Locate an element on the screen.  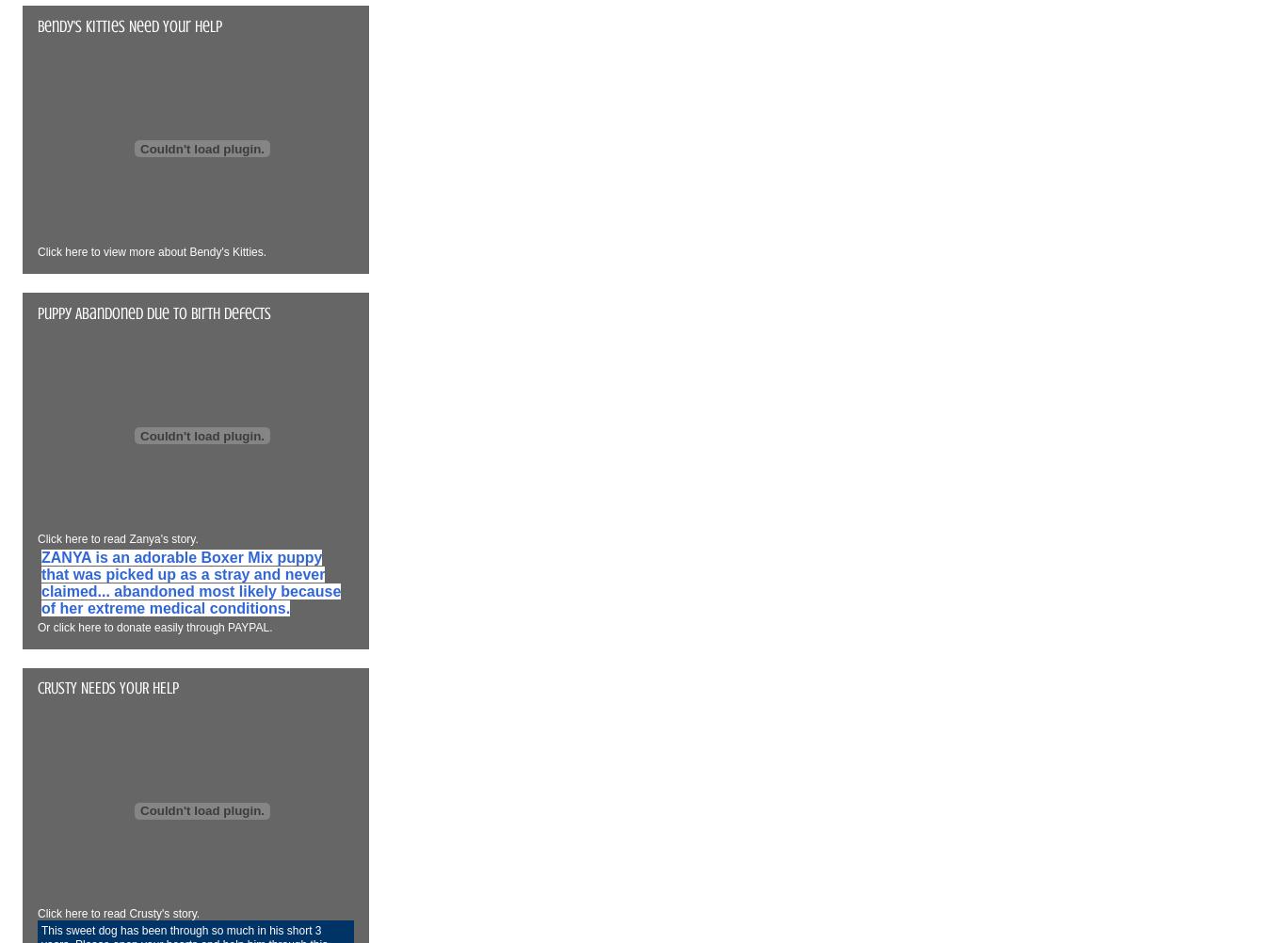
'CRUSTY NEEDS YOUR HELP' is located at coordinates (108, 687).